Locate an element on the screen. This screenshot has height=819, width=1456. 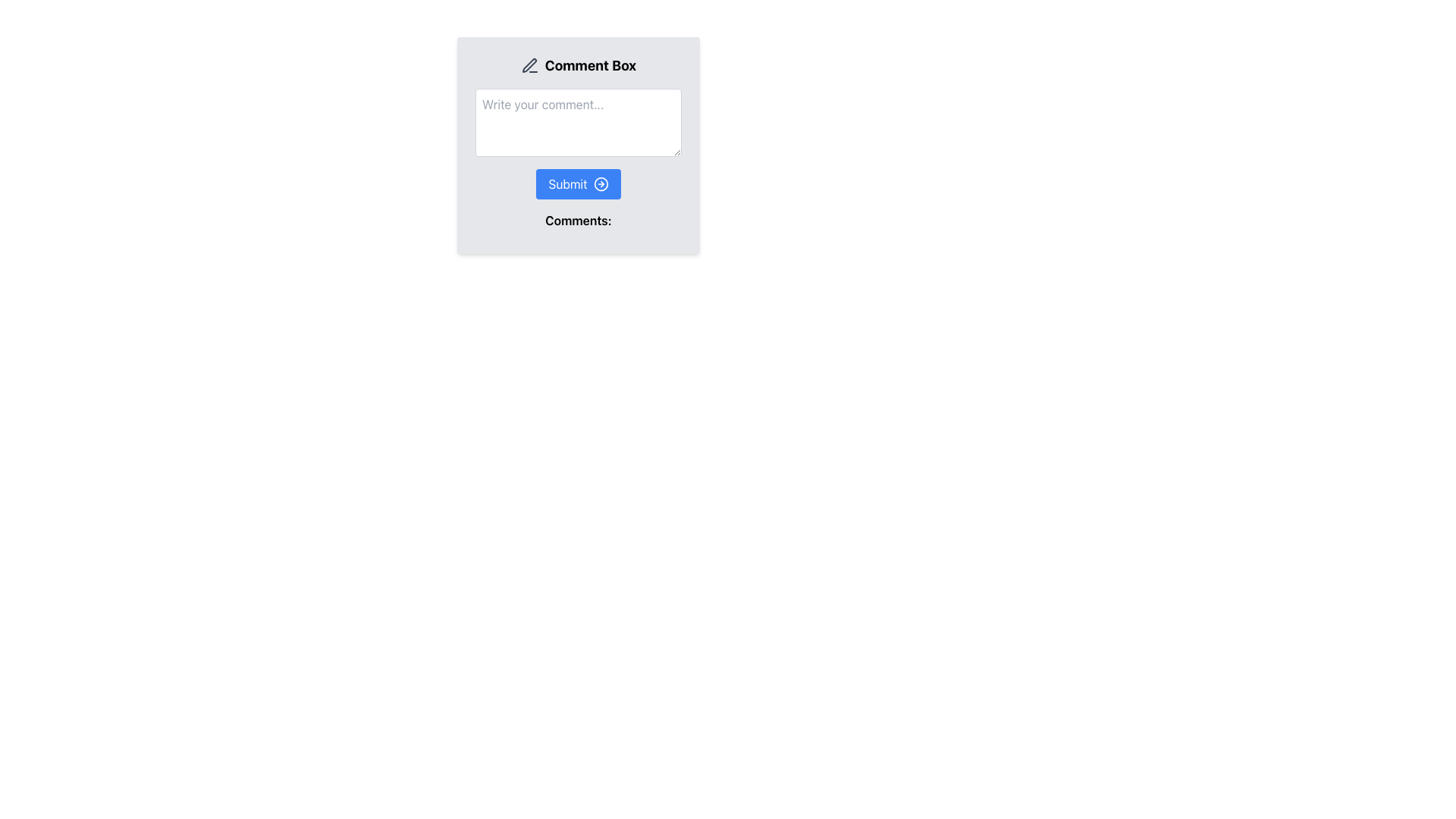
text label 'Comments:' located at the bottom of the comment box interface, below the text input field and the 'Submit' button is located at coordinates (578, 223).